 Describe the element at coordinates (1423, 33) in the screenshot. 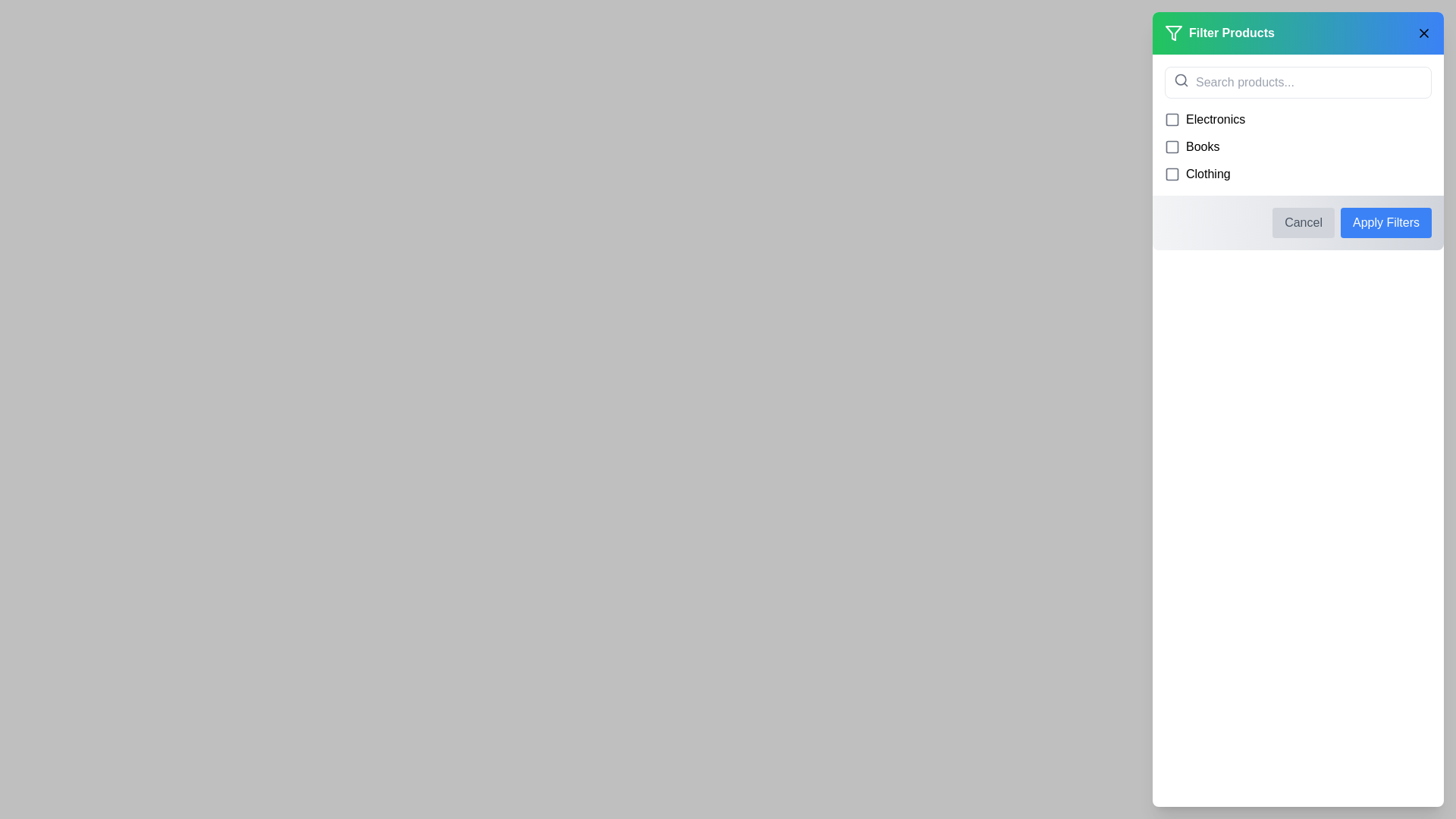

I see `the close button represented by an 'X' icon with a black color on a blue background, located in the top-right corner of the filter panel` at that location.